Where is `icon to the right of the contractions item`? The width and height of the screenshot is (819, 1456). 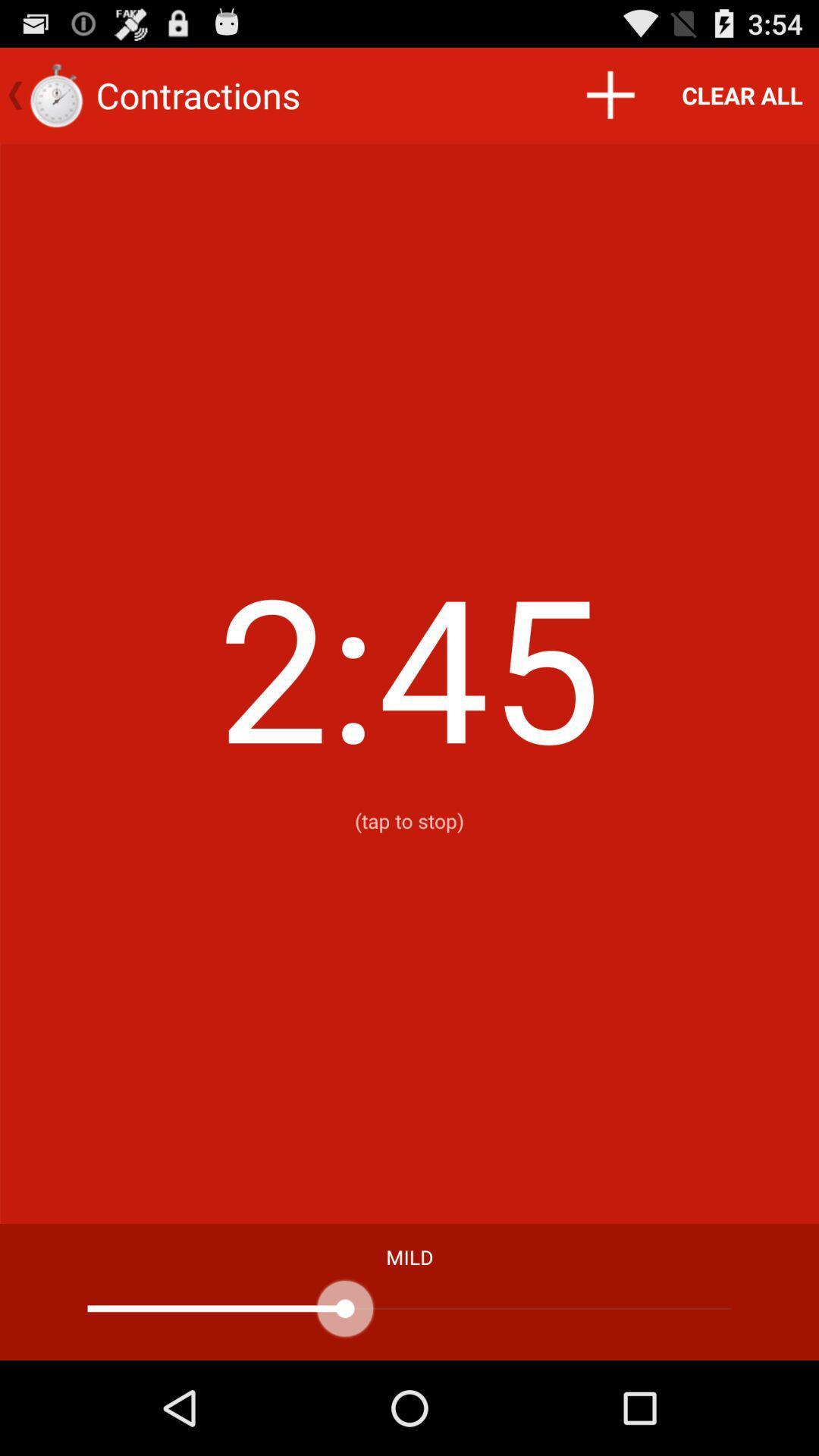 icon to the right of the contractions item is located at coordinates (609, 94).